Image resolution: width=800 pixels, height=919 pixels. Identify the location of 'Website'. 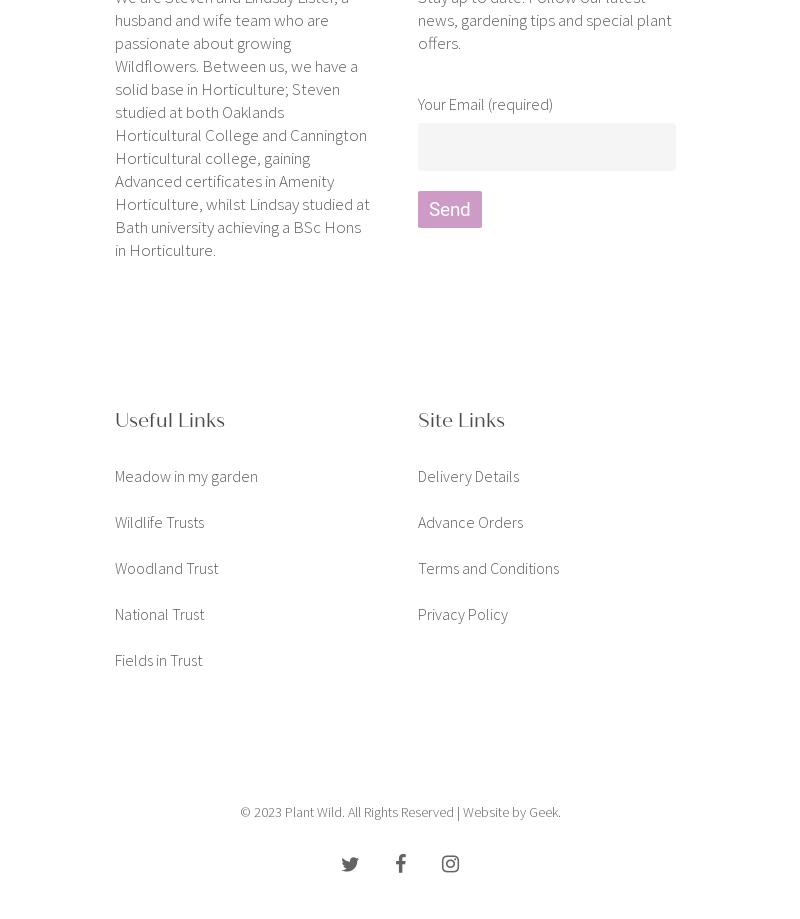
(484, 811).